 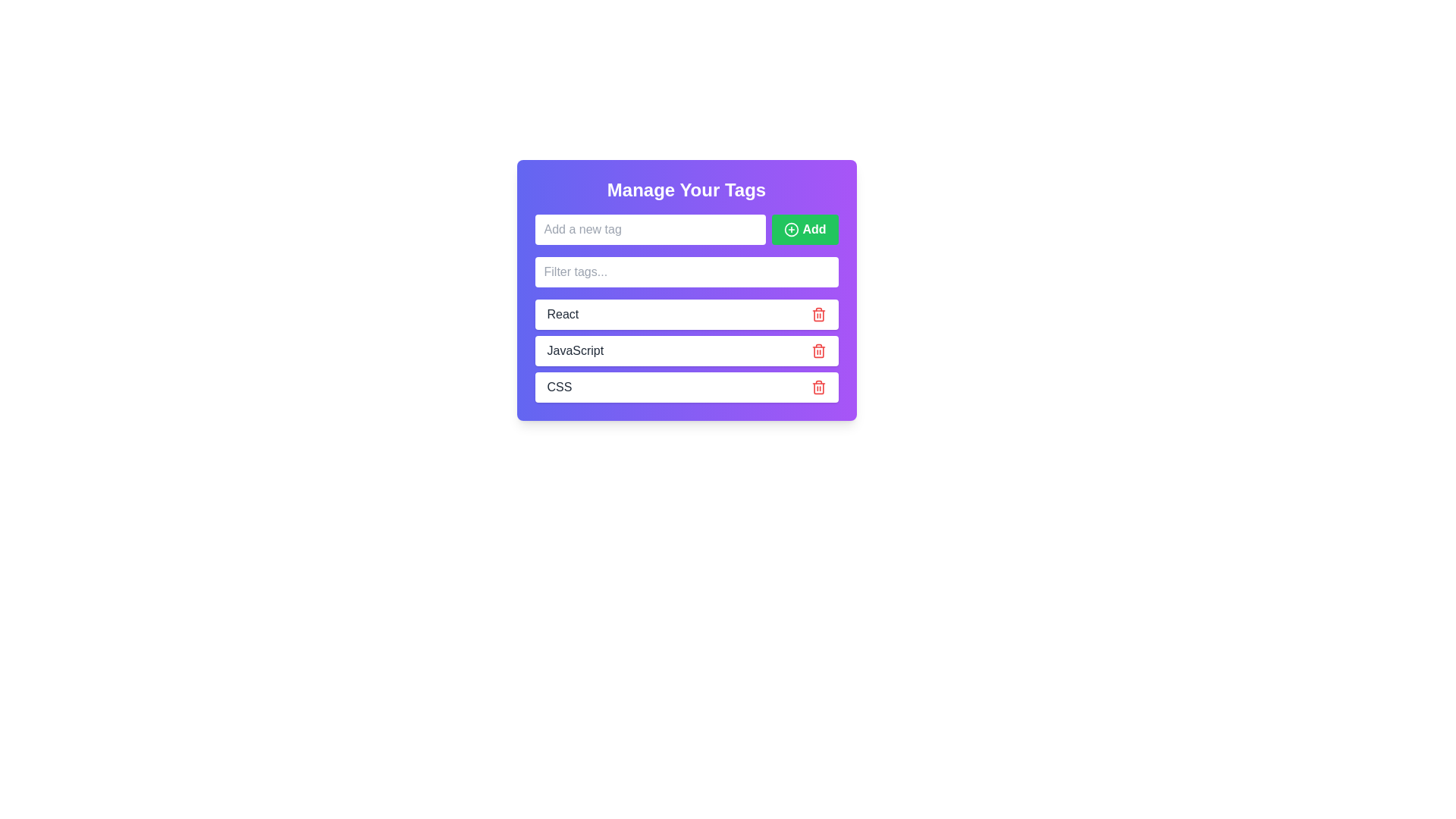 I want to click on the red trash bin icon button located at the rightmost position of the 'JavaScript' row, so click(x=817, y=350).